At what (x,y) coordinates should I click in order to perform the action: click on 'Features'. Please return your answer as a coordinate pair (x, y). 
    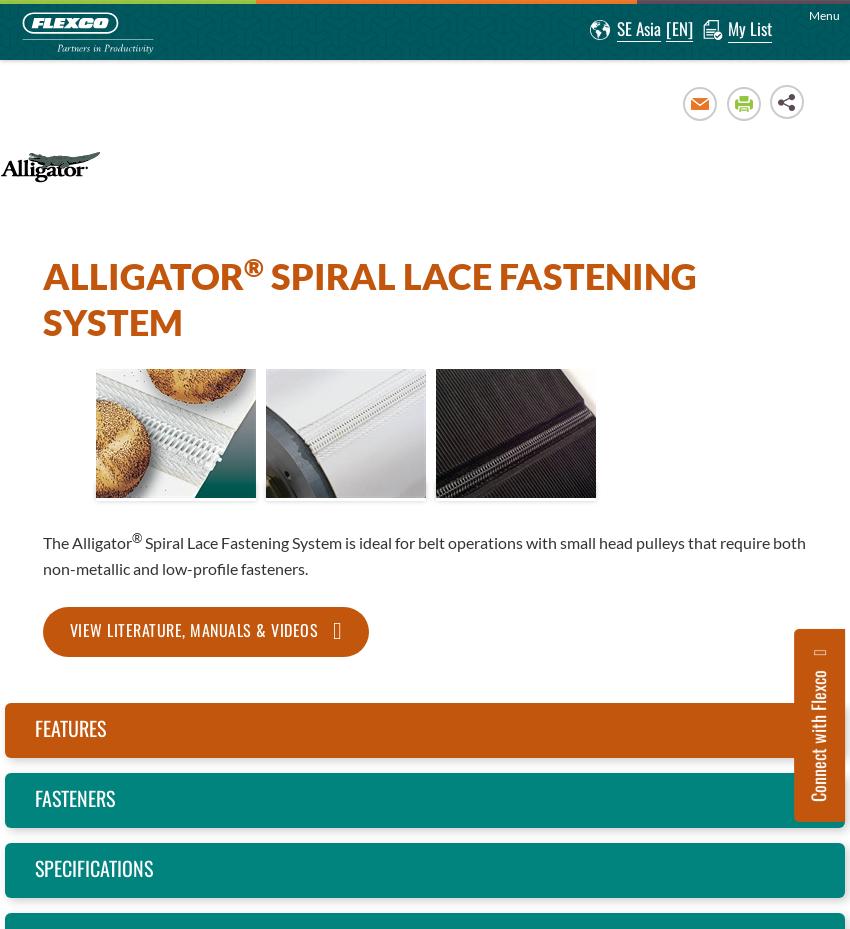
    Looking at the image, I should click on (70, 727).